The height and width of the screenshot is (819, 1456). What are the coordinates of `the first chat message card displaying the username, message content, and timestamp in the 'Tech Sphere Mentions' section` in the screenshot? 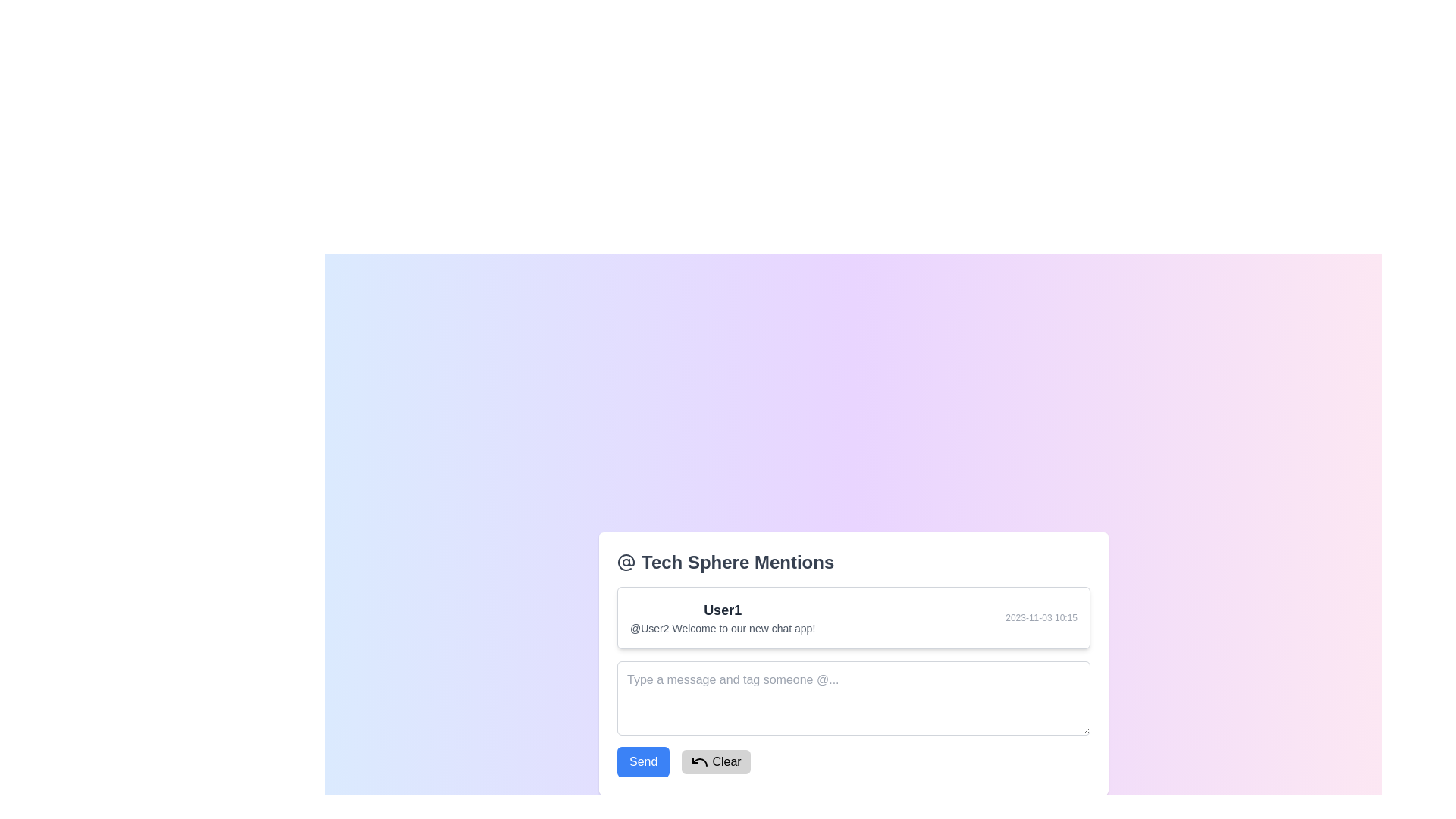 It's located at (854, 617).